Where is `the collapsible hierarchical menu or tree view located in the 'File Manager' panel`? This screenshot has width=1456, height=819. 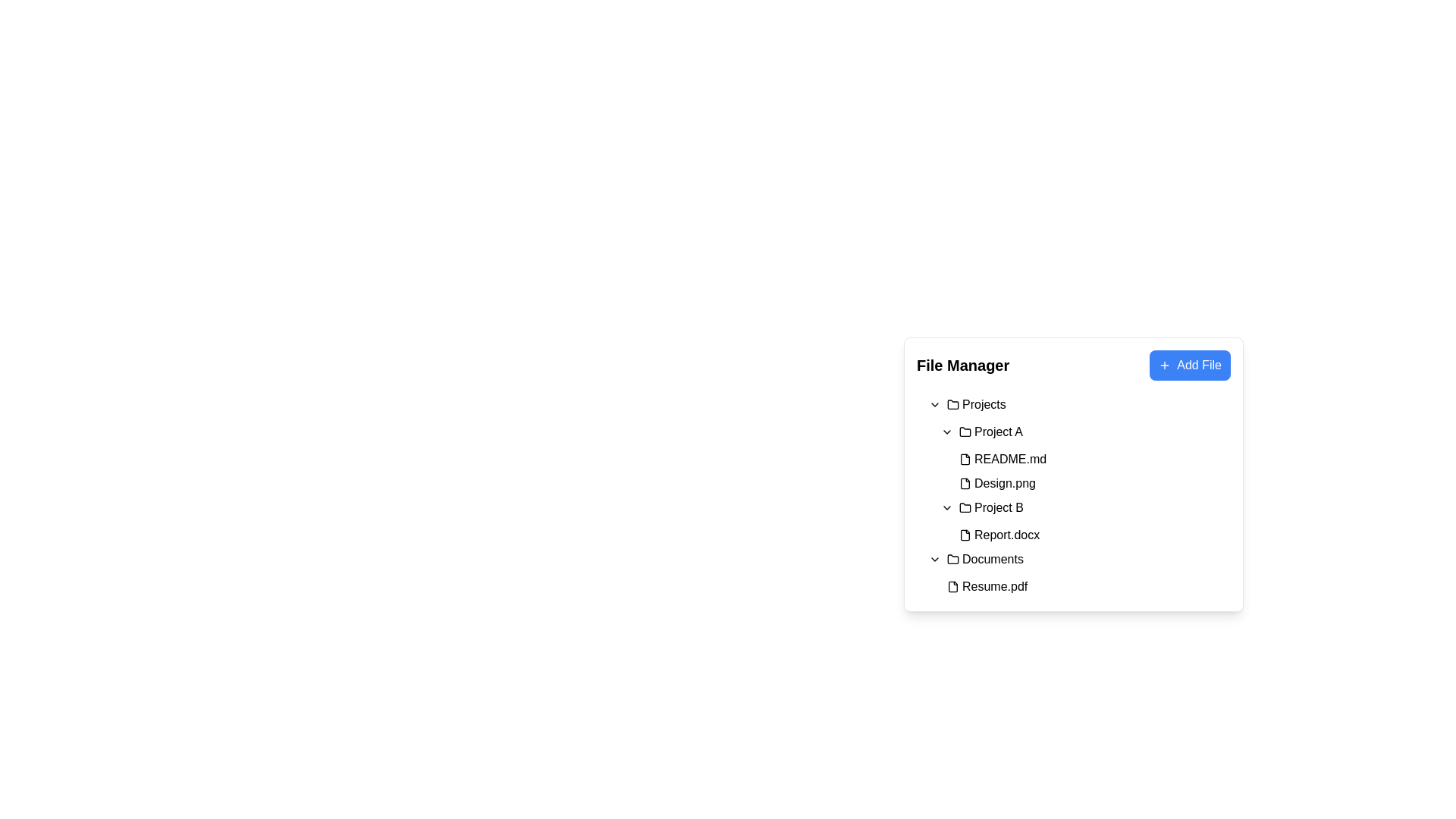 the collapsible hierarchical menu or tree view located in the 'File Manager' panel is located at coordinates (1073, 496).